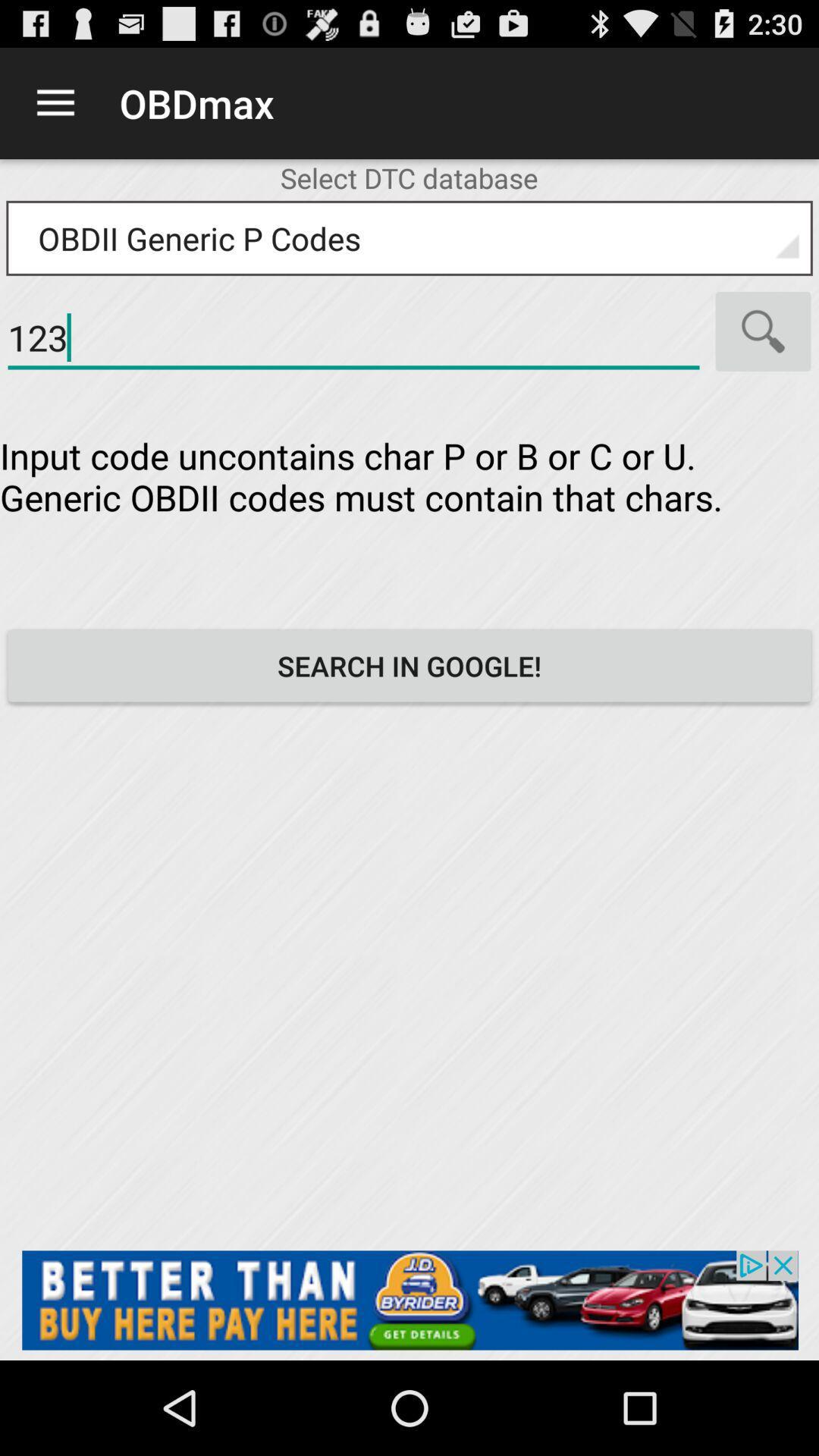  What do you see at coordinates (763, 353) in the screenshot?
I see `the search icon` at bounding box center [763, 353].